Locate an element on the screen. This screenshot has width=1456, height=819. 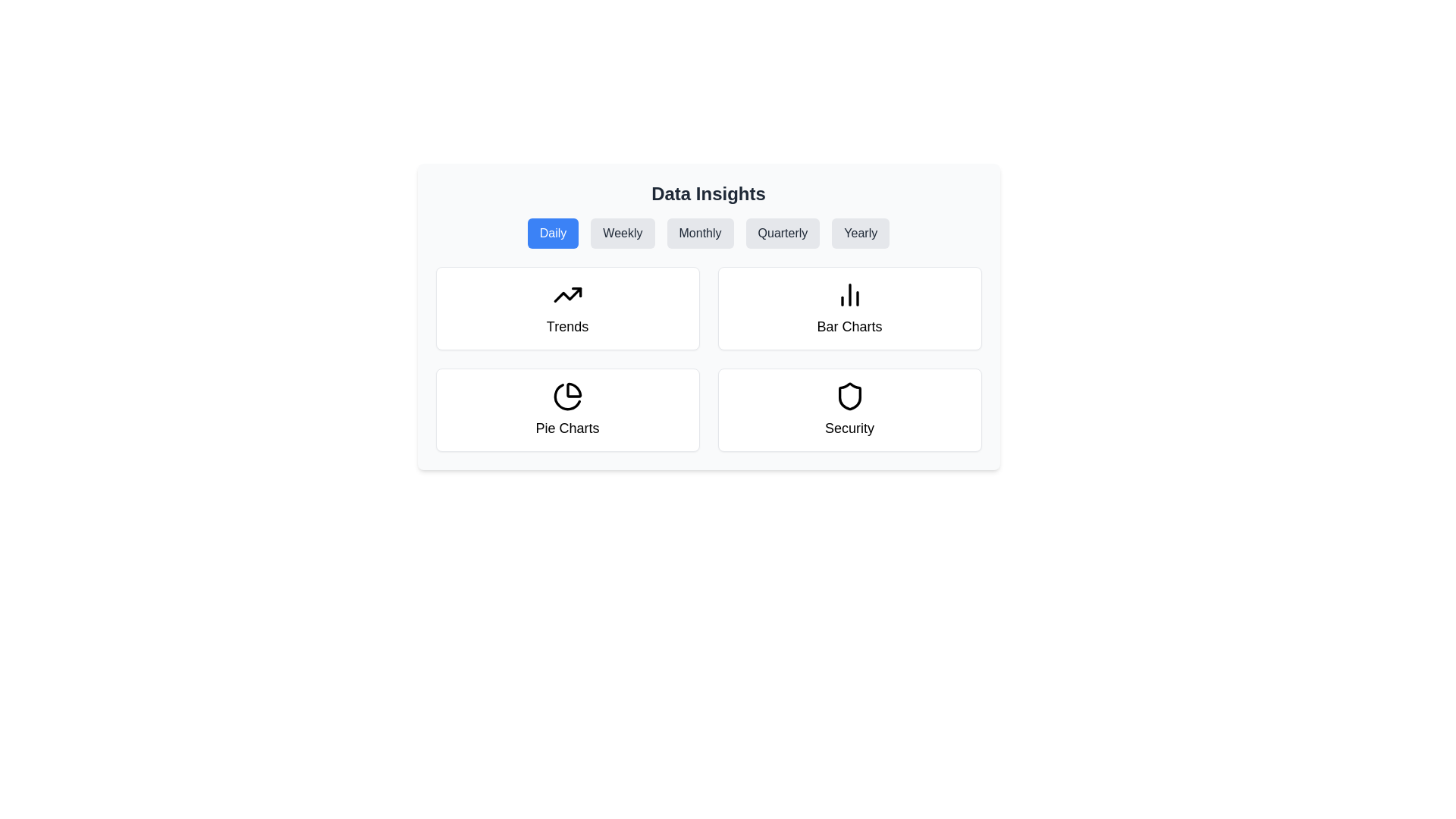
the text label located beneath the pie chart icon in the bottom-left card of the grid, which describes the purpose or topic of the chart is located at coordinates (566, 428).